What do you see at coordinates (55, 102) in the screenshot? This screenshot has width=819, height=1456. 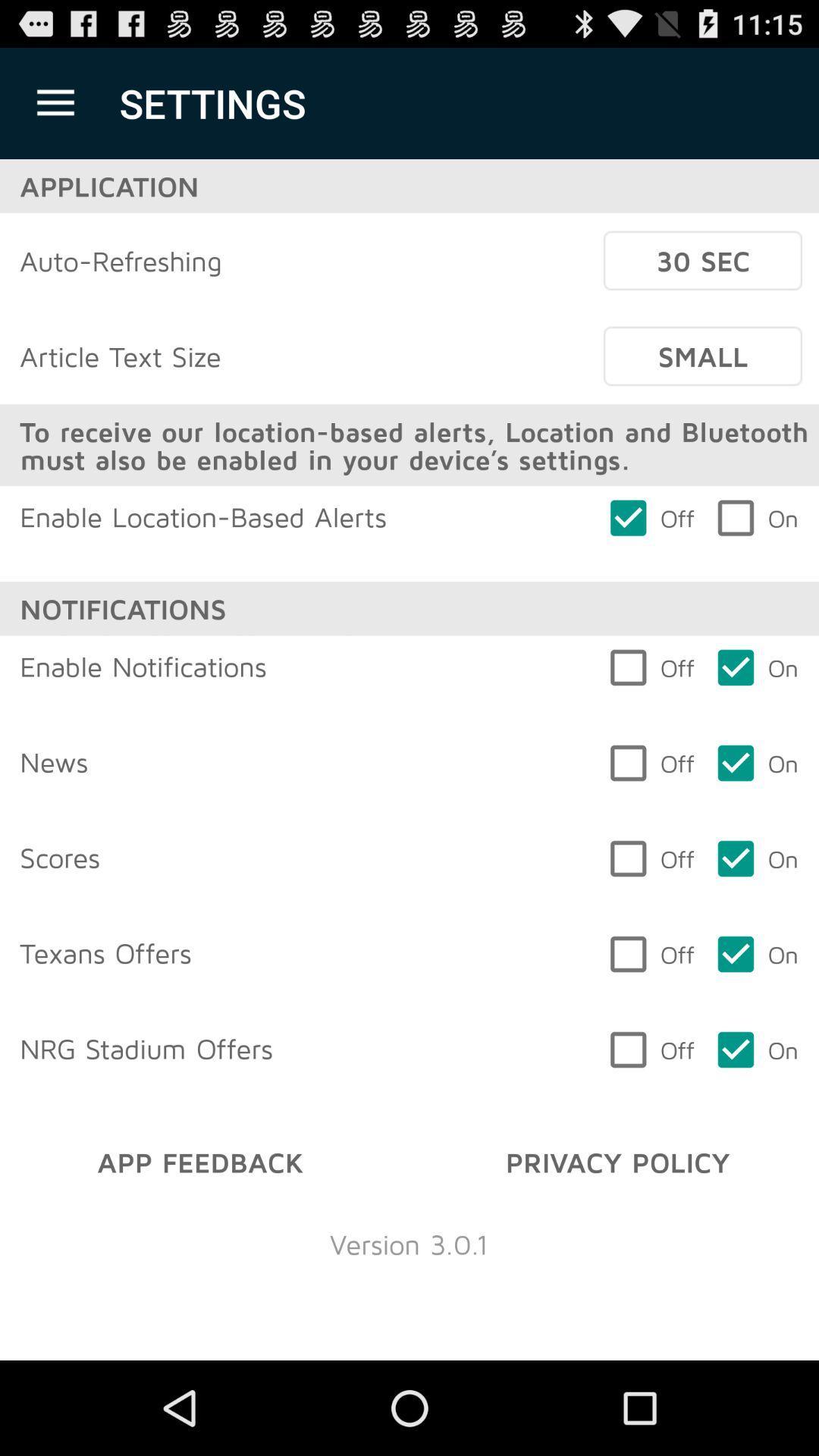 I see `item next to the settings` at bounding box center [55, 102].